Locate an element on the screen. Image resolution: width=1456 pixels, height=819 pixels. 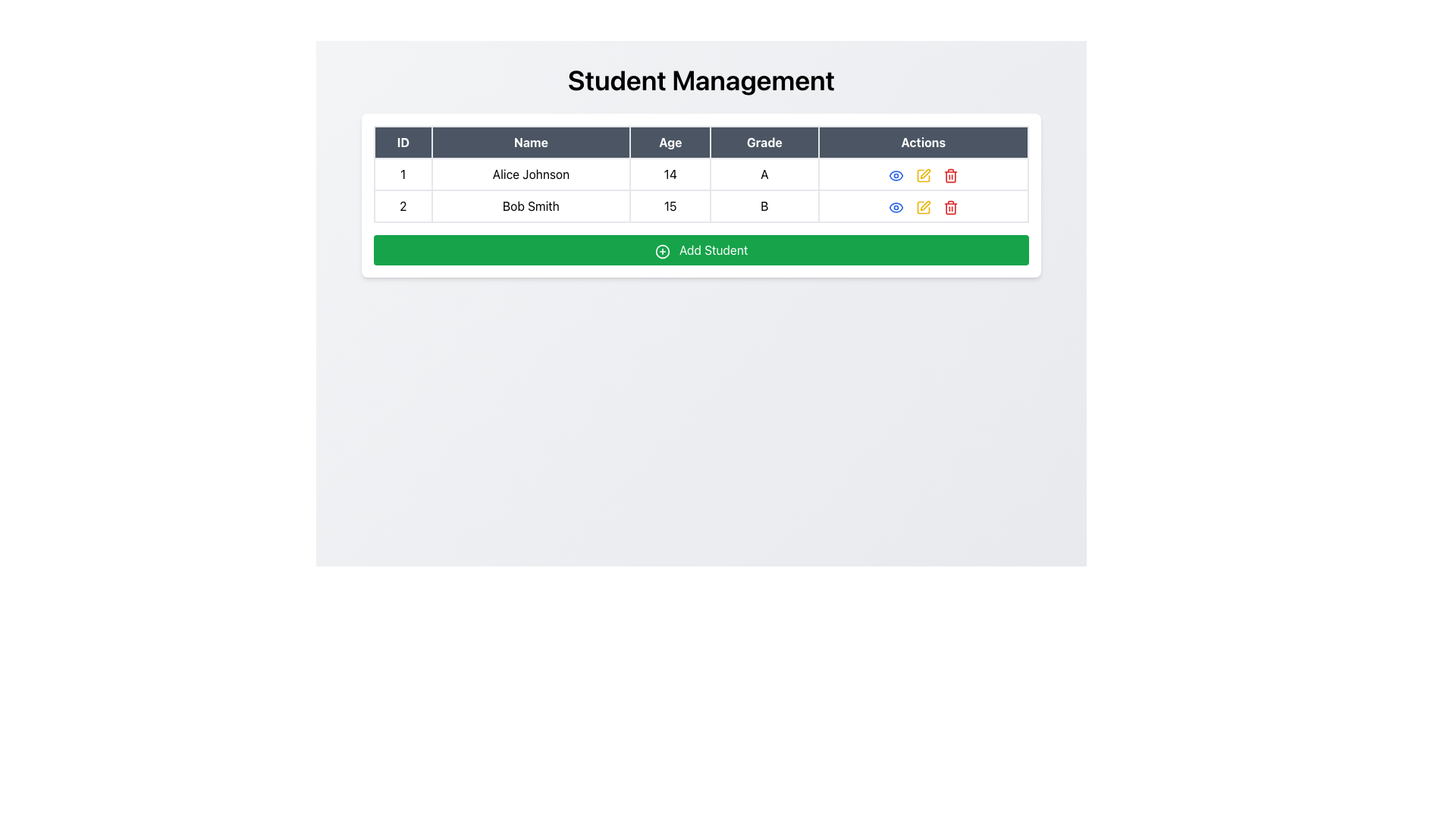
content for the table row containing 'Bob Smith' with ID '2', Age '15', and Grade 'B' is located at coordinates (701, 206).